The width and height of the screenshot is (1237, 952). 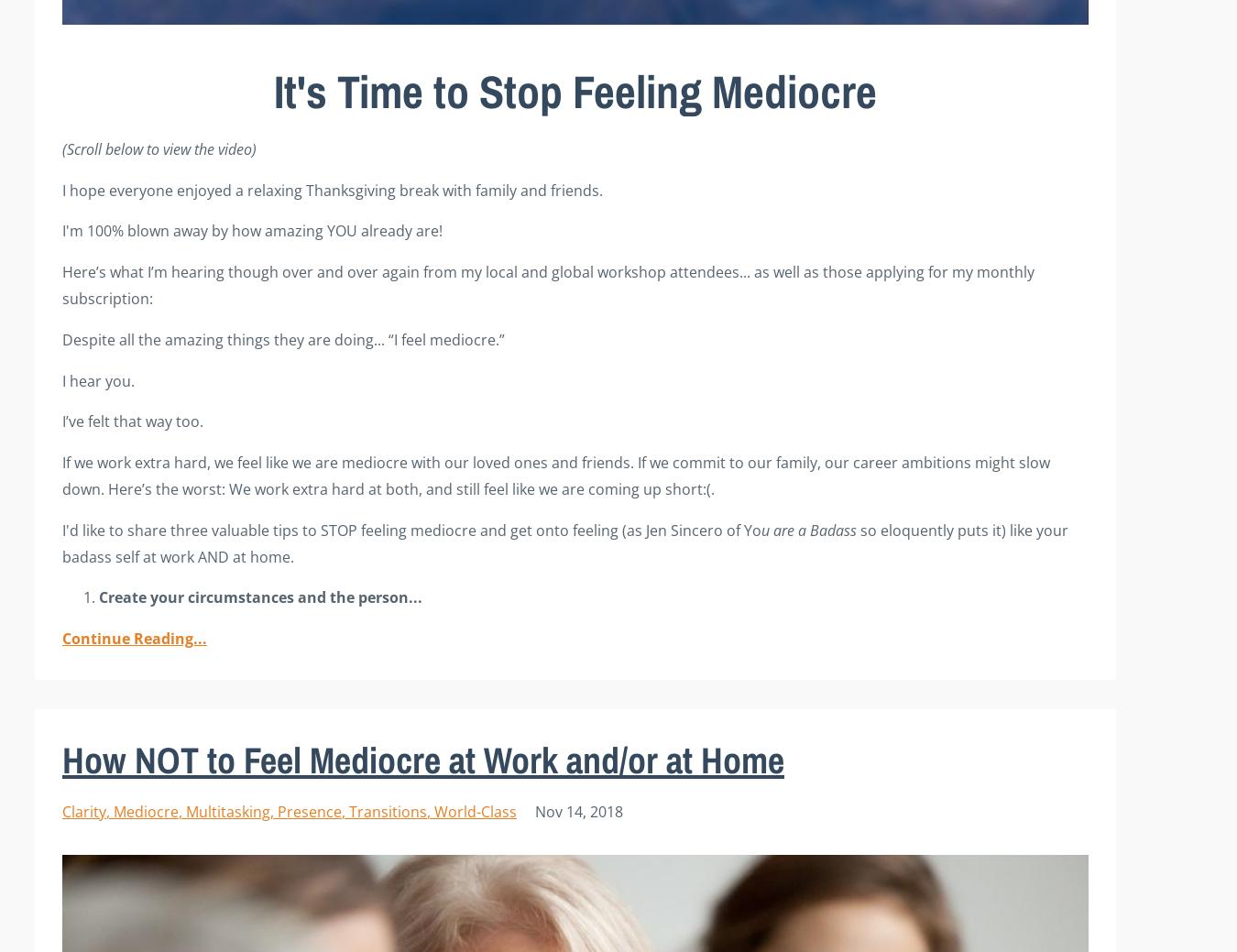 What do you see at coordinates (82, 811) in the screenshot?
I see `'clarity'` at bounding box center [82, 811].